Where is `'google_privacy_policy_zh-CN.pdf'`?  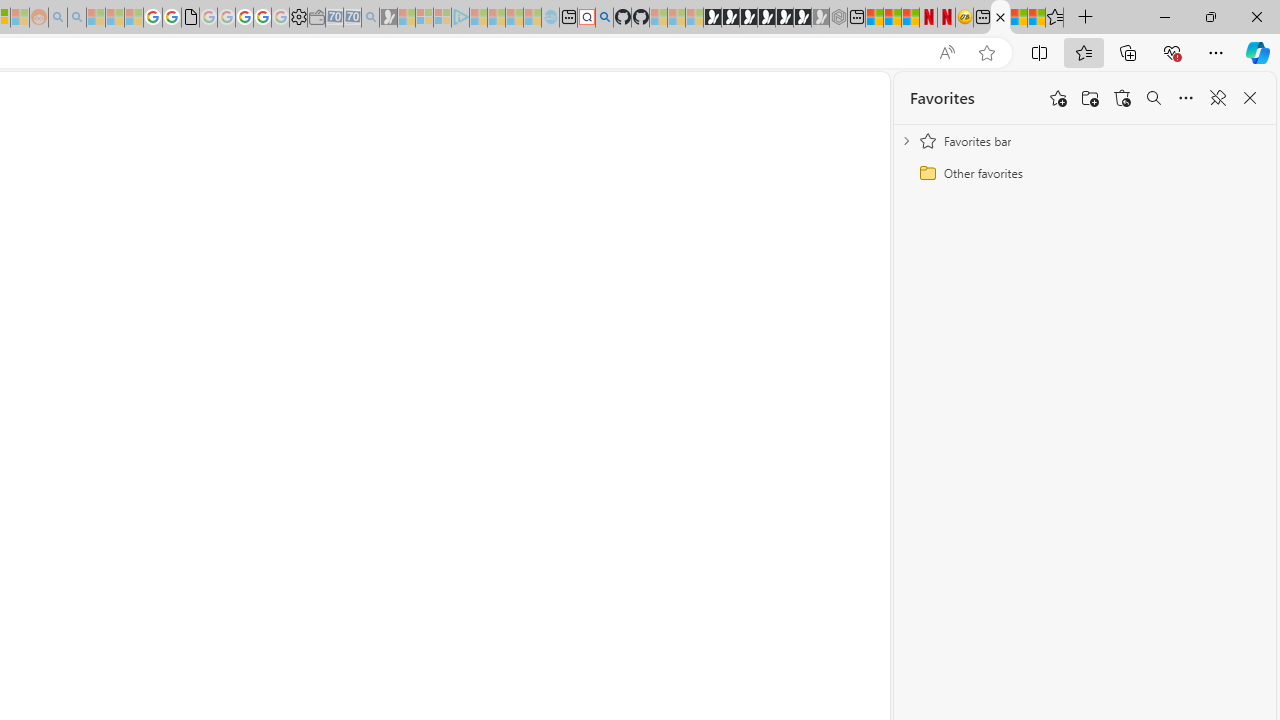 'google_privacy_policy_zh-CN.pdf' is located at coordinates (190, 17).